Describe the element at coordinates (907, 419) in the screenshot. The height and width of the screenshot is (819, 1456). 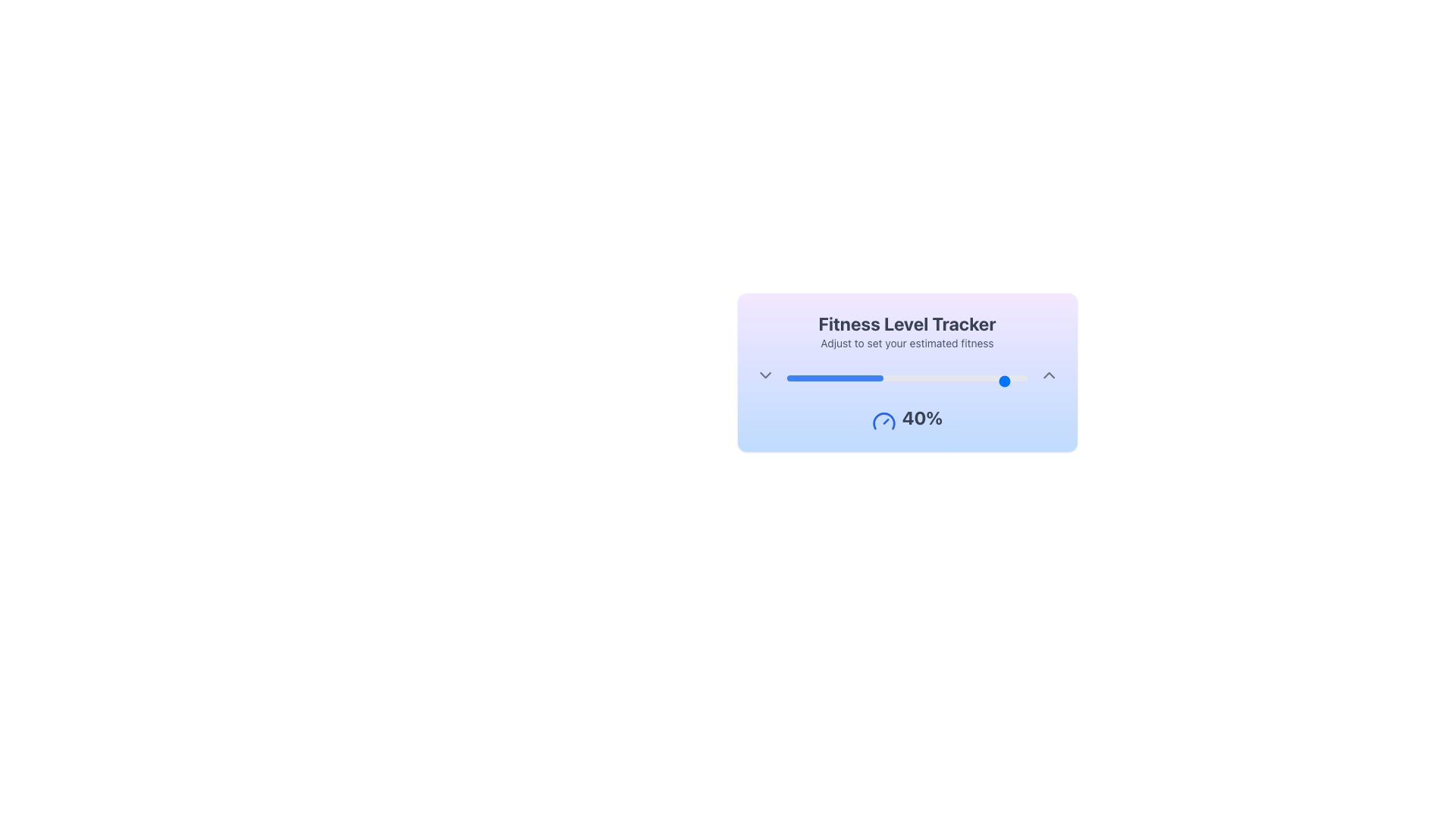
I see `the '40%' text label with a gauge icon in the 'Fitness Level Tracker' card` at that location.